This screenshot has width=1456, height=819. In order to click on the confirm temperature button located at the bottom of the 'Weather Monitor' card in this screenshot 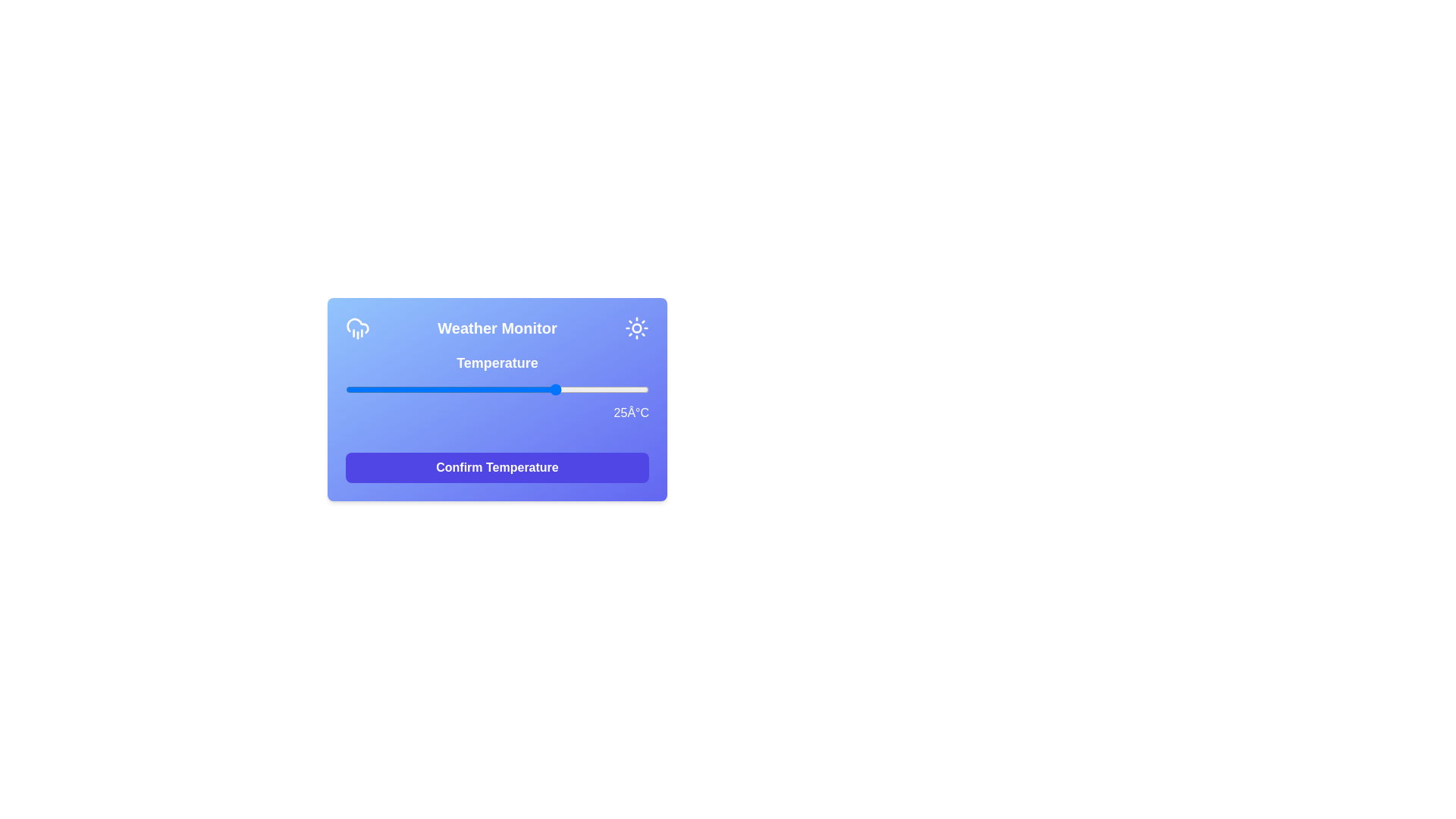, I will do `click(497, 467)`.